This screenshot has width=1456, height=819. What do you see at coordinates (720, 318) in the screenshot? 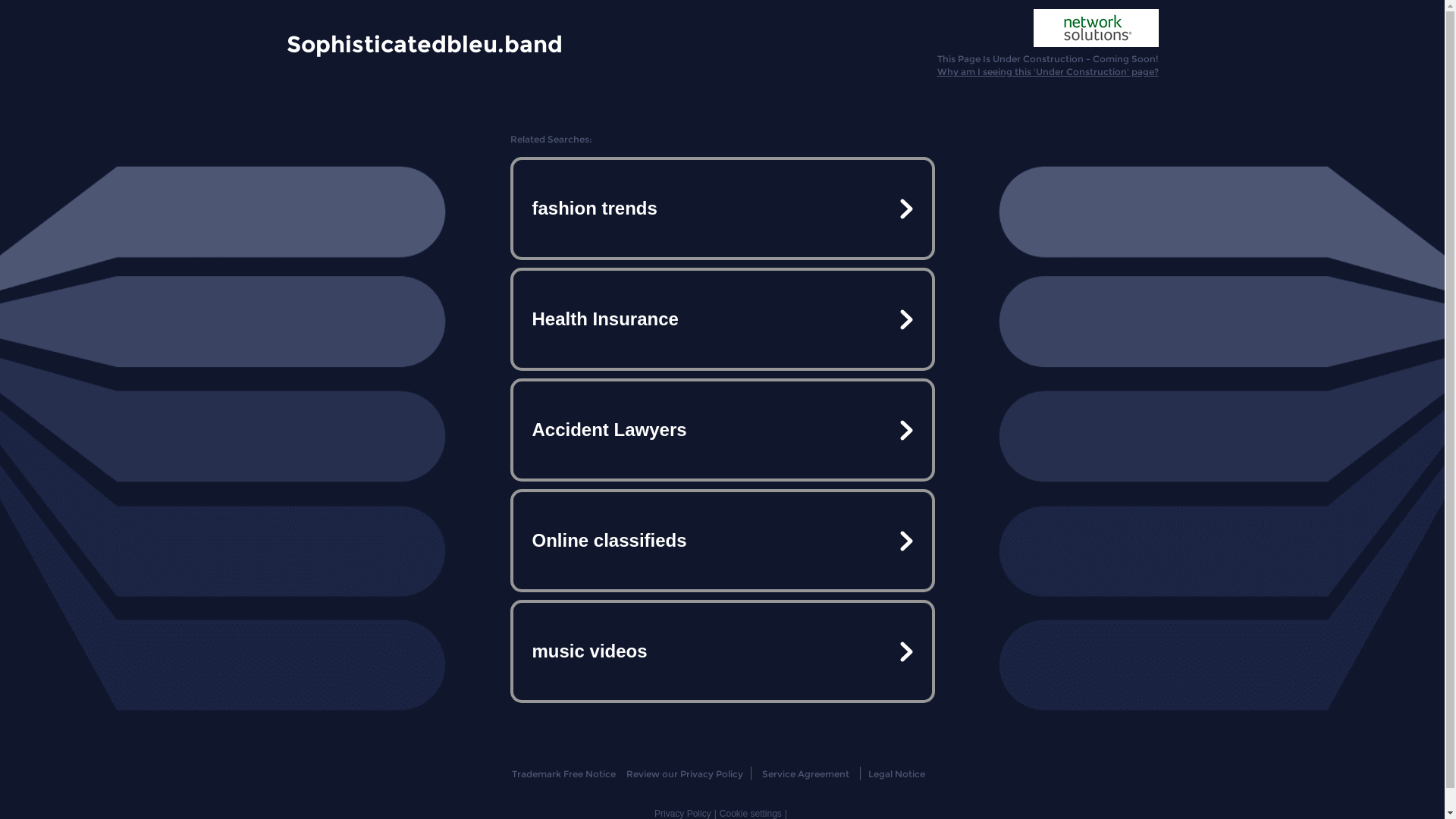
I see `'Health Insurance'` at bounding box center [720, 318].